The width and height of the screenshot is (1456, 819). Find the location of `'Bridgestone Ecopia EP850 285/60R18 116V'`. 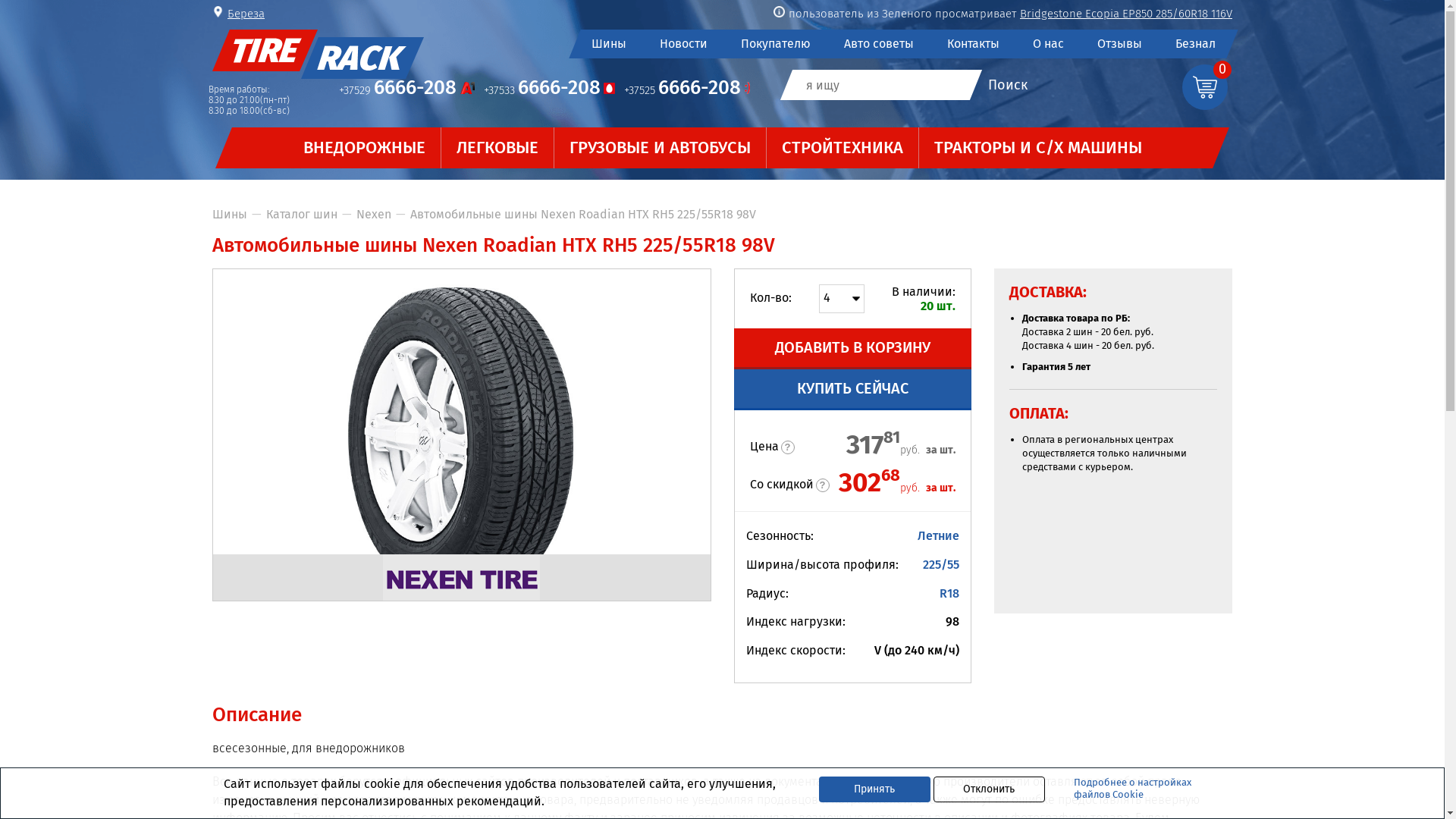

'Bridgestone Ecopia EP850 285/60R18 116V' is located at coordinates (1125, 14).